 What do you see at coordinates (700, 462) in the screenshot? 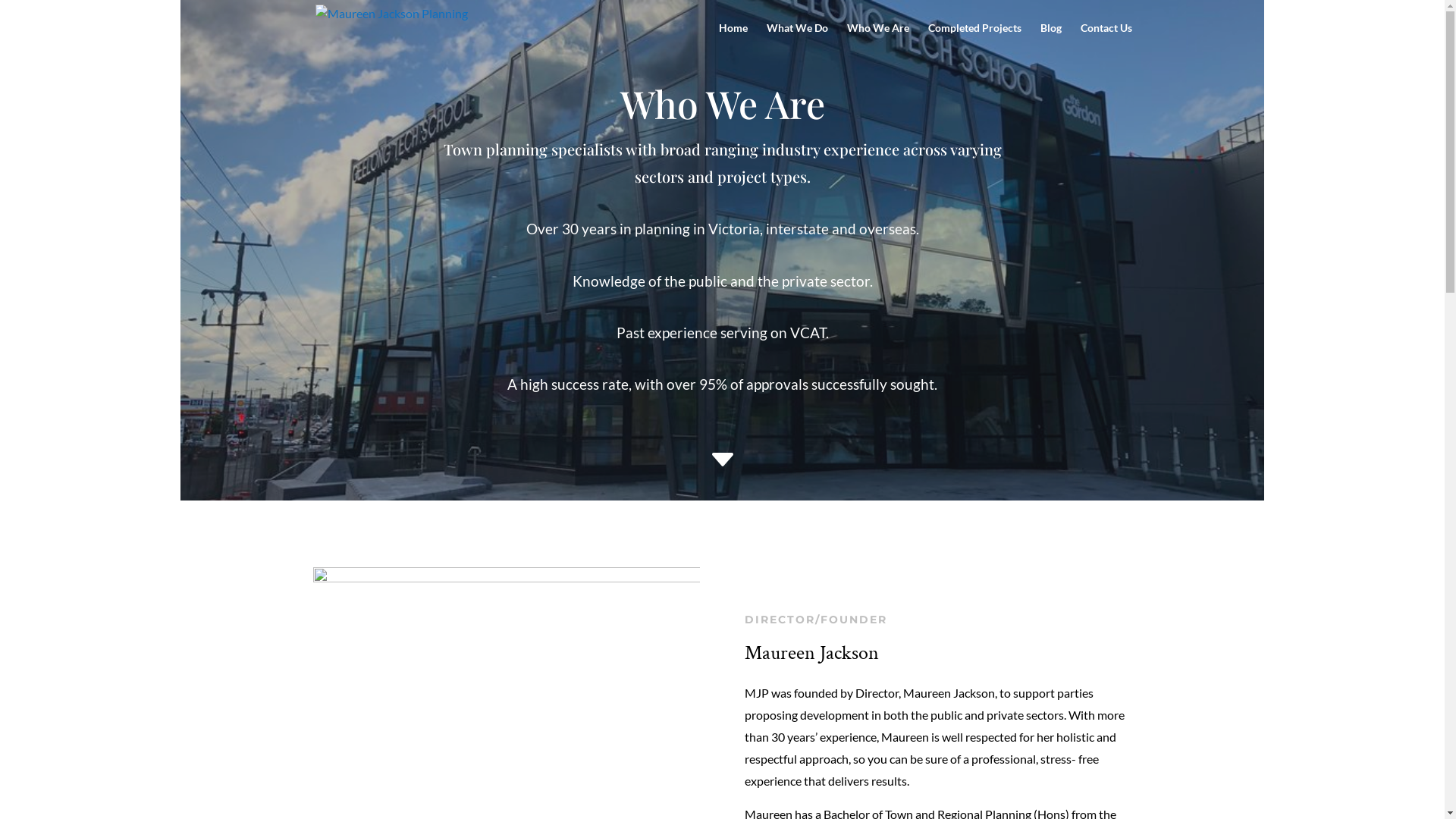
I see `'C'` at bounding box center [700, 462].